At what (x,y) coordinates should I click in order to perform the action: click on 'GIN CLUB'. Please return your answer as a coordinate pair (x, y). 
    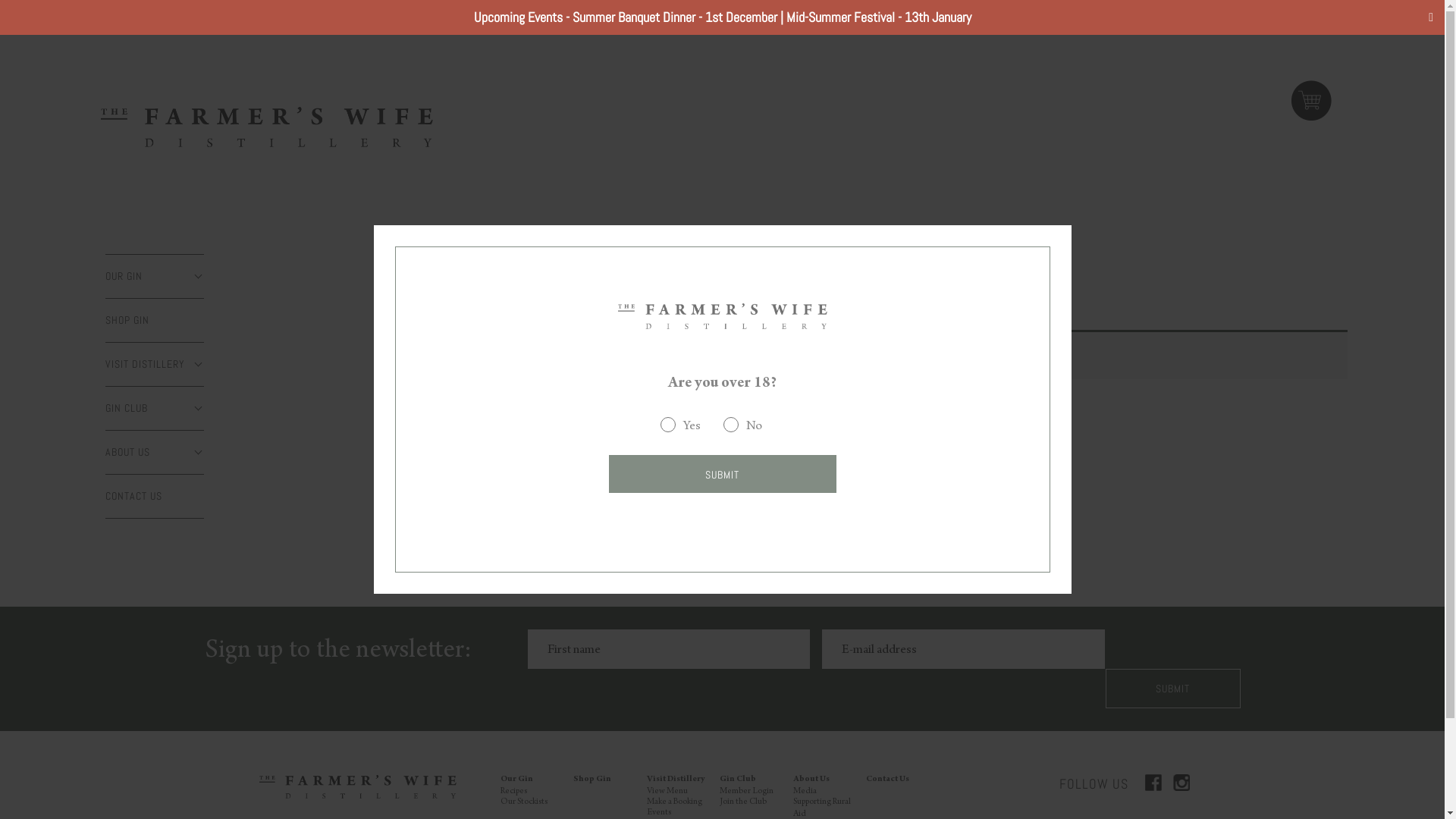
    Looking at the image, I should click on (155, 407).